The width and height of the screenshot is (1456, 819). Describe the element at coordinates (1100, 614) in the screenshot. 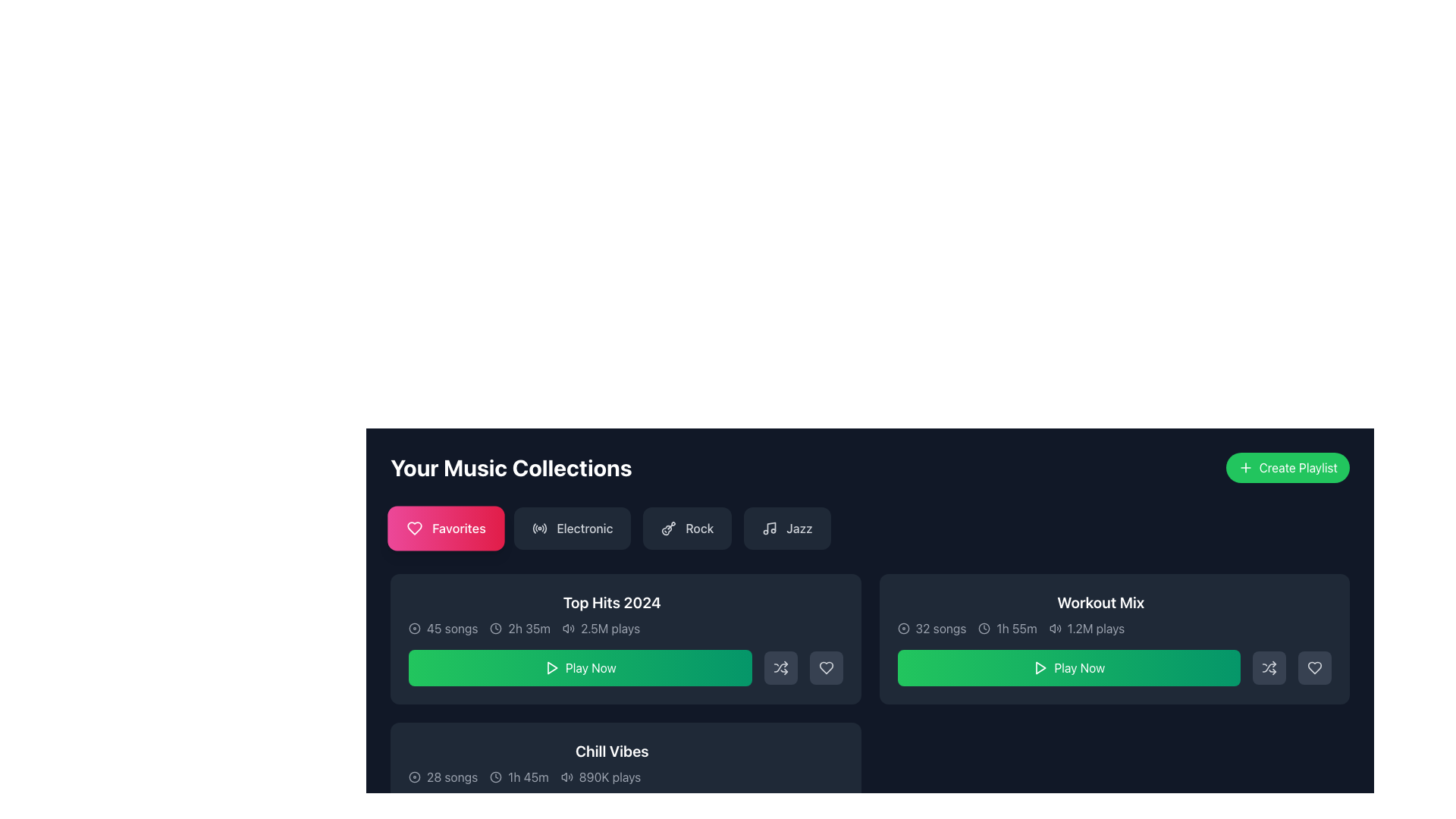

I see `text from the Text panel with metadata and icons, which provides information about a music playlist, located on the right side of the row above the green 'Play Now' button` at that location.